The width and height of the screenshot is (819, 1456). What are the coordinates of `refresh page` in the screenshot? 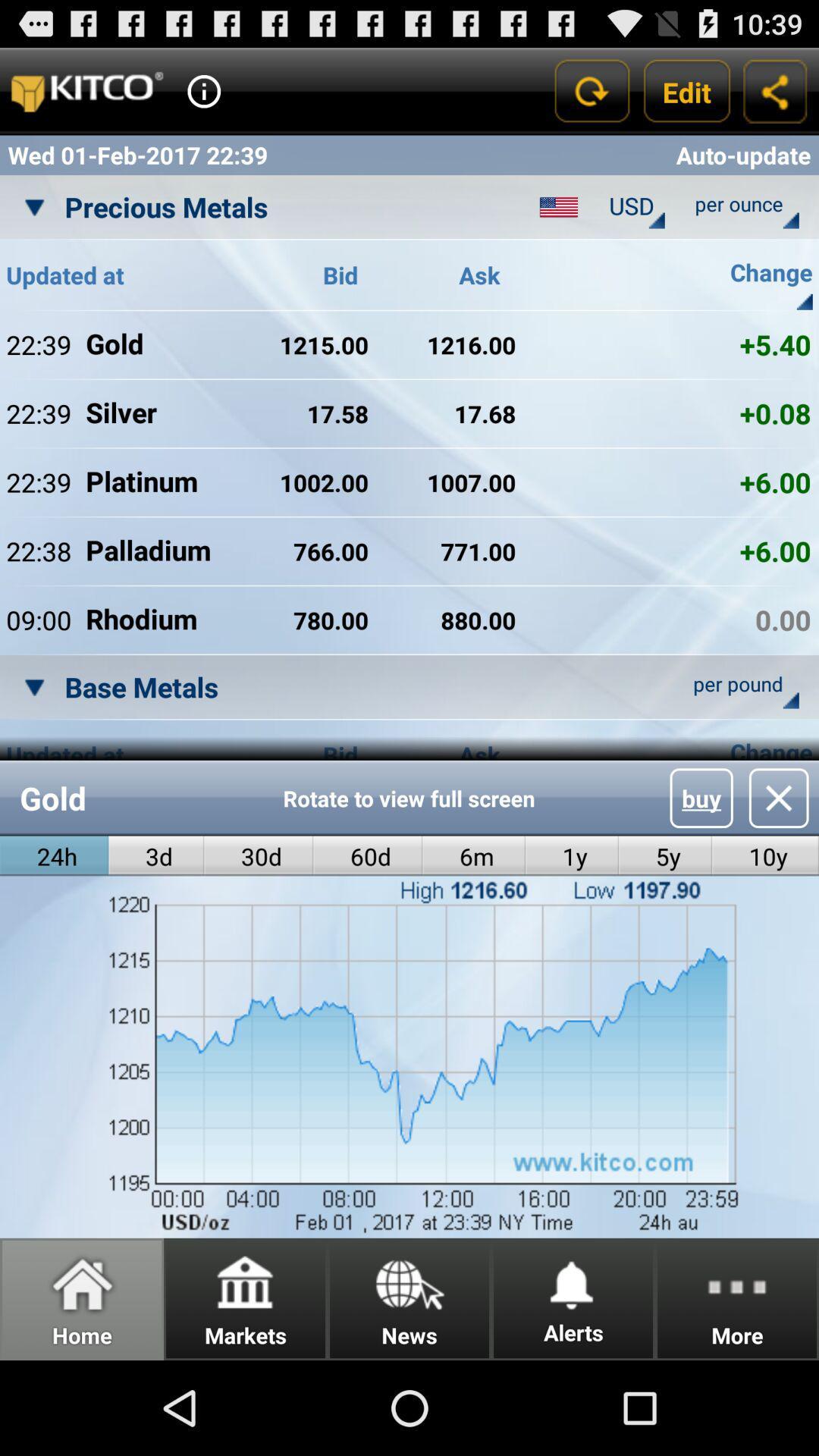 It's located at (590, 90).